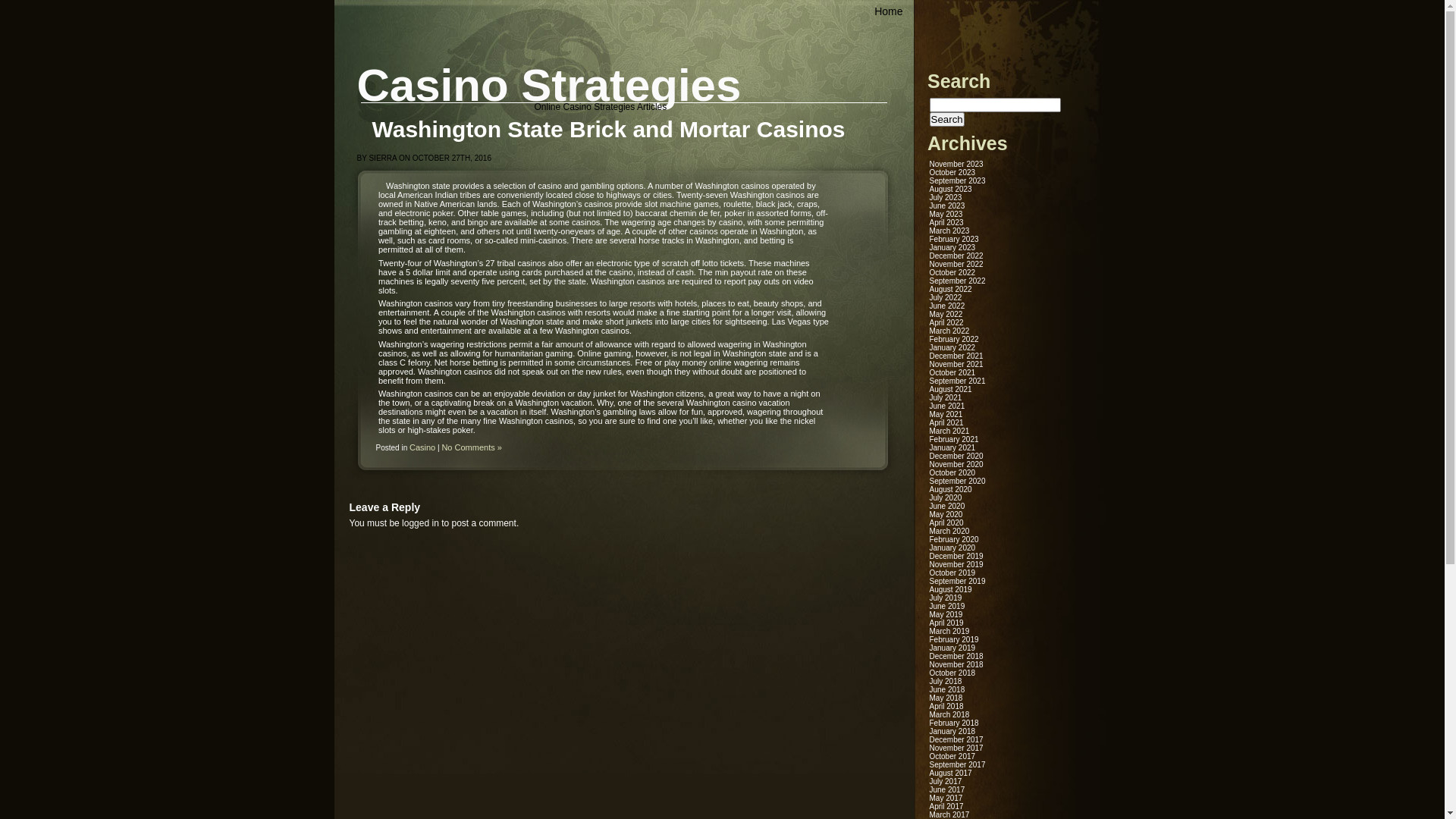 The width and height of the screenshot is (1456, 819). What do you see at coordinates (955, 664) in the screenshot?
I see `'November 2018'` at bounding box center [955, 664].